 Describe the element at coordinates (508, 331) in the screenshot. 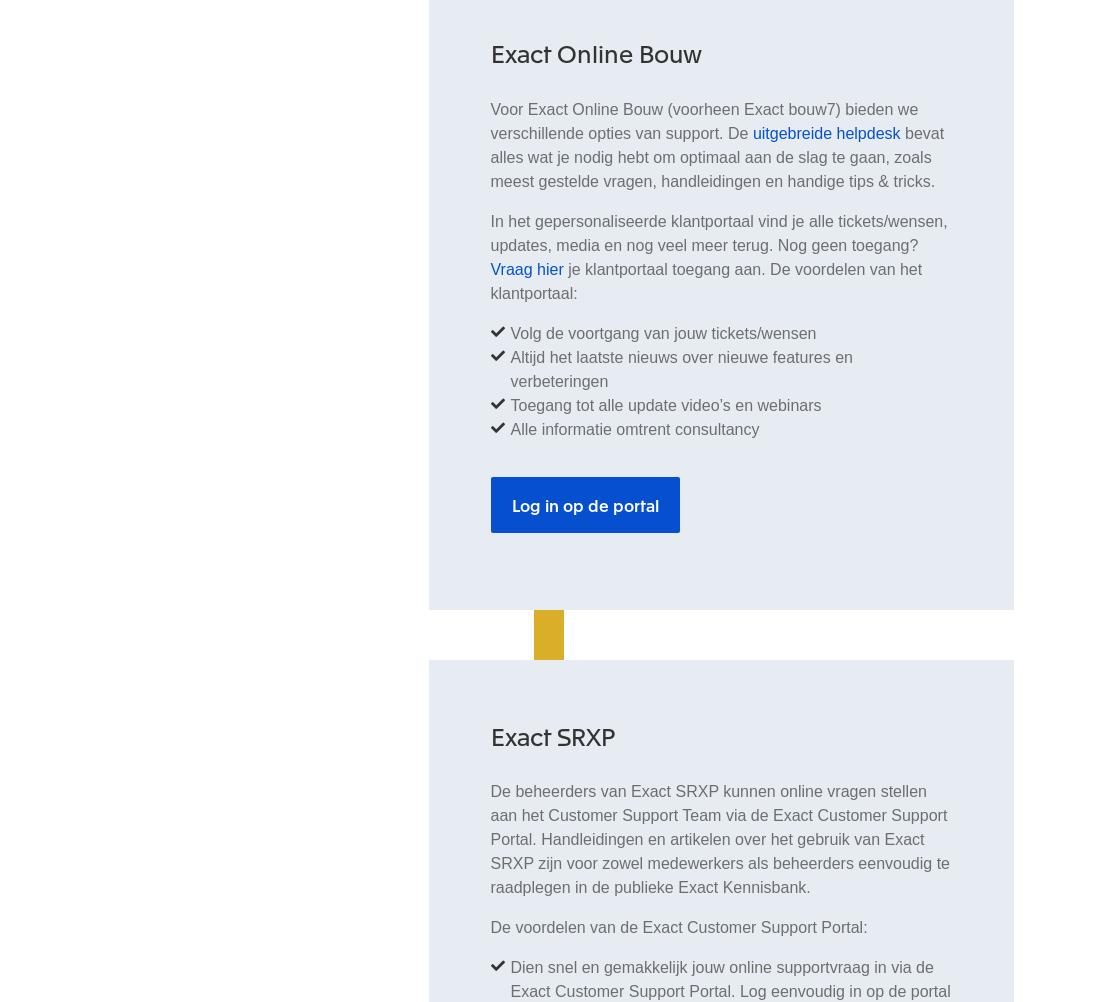

I see `'Volg de voortgang van jouw tickets/wensen'` at that location.